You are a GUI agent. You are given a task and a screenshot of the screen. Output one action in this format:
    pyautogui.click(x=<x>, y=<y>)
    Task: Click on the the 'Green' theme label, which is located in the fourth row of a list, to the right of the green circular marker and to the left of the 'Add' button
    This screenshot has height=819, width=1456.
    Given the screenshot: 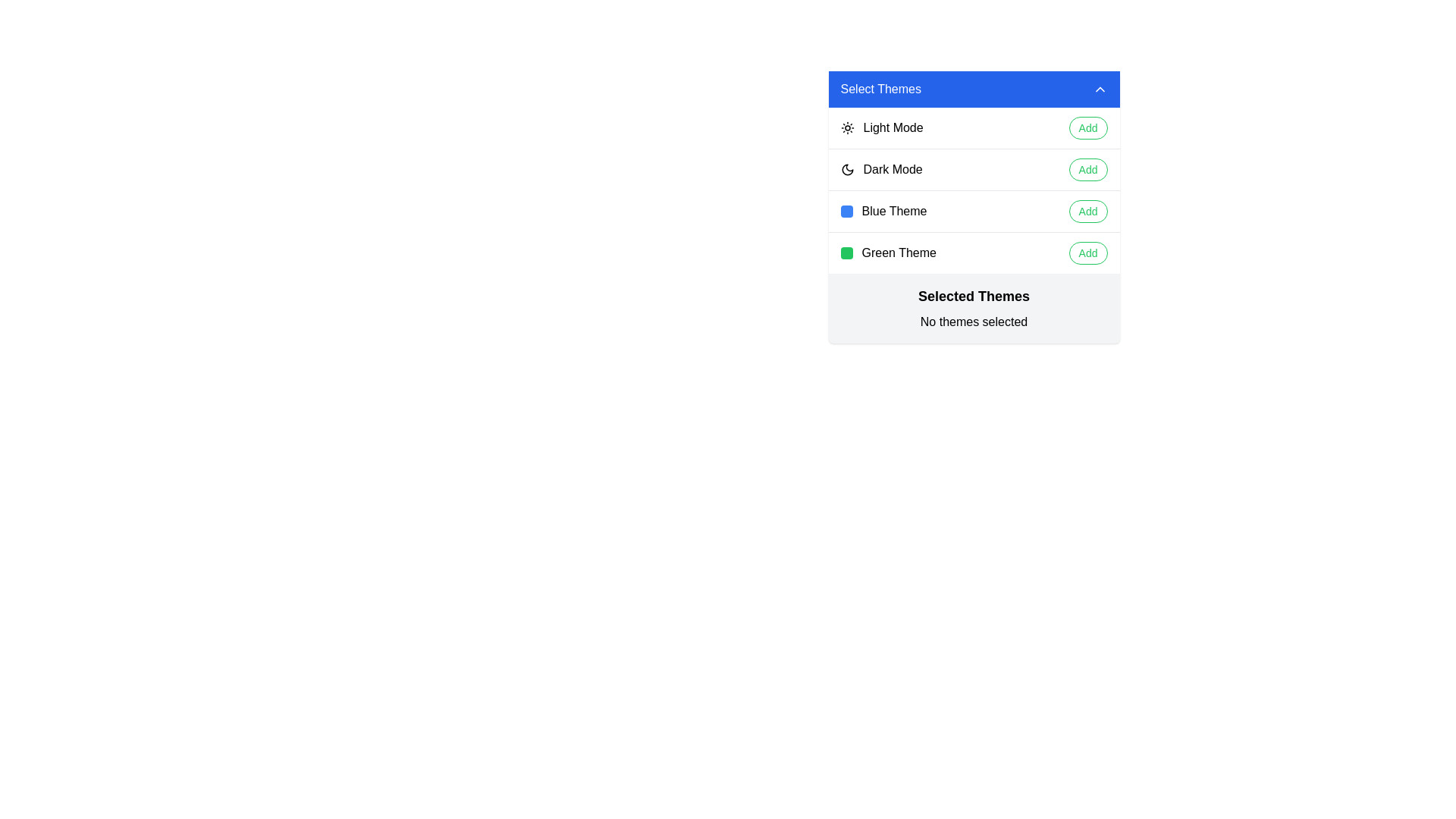 What is the action you would take?
    pyautogui.click(x=899, y=253)
    